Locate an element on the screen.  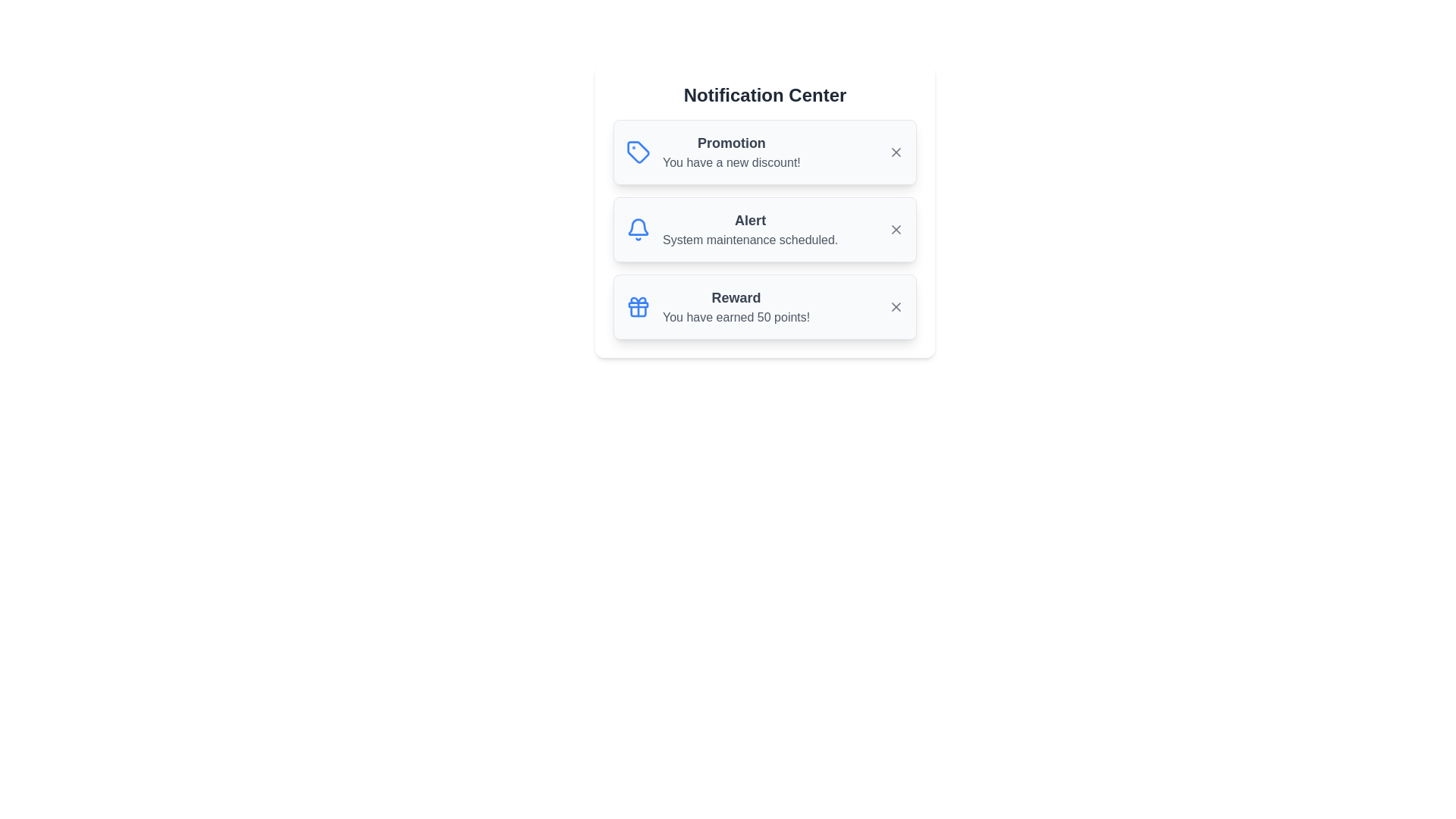
the alert icon located inside the second notification card titled 'Alert' in the 'Notification Center', positioned on the left side adjacent to the alert title and description text is located at coordinates (638, 230).